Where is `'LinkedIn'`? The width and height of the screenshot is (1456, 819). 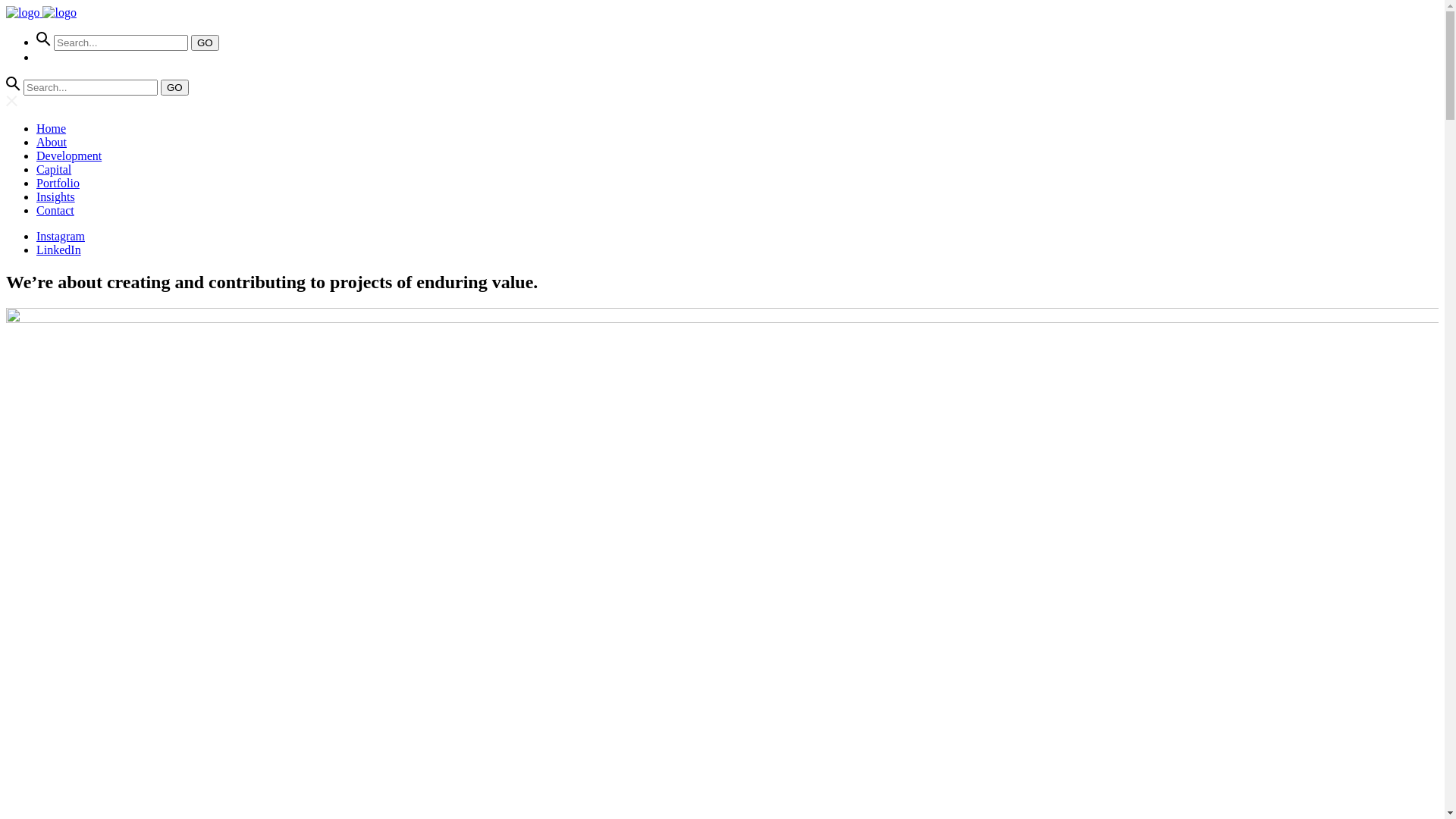 'LinkedIn' is located at coordinates (36, 249).